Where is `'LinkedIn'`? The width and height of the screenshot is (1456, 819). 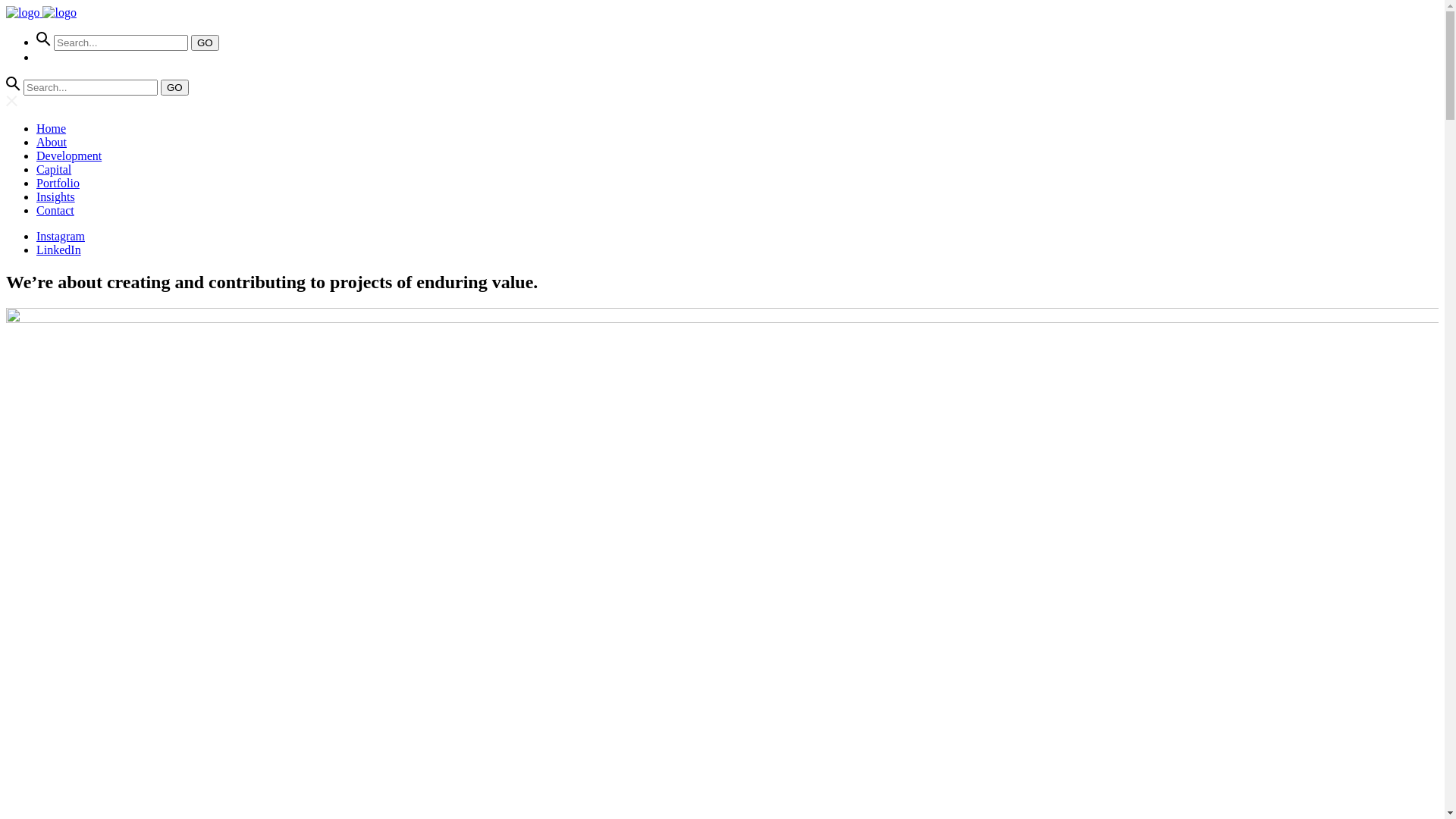 'LinkedIn' is located at coordinates (36, 249).